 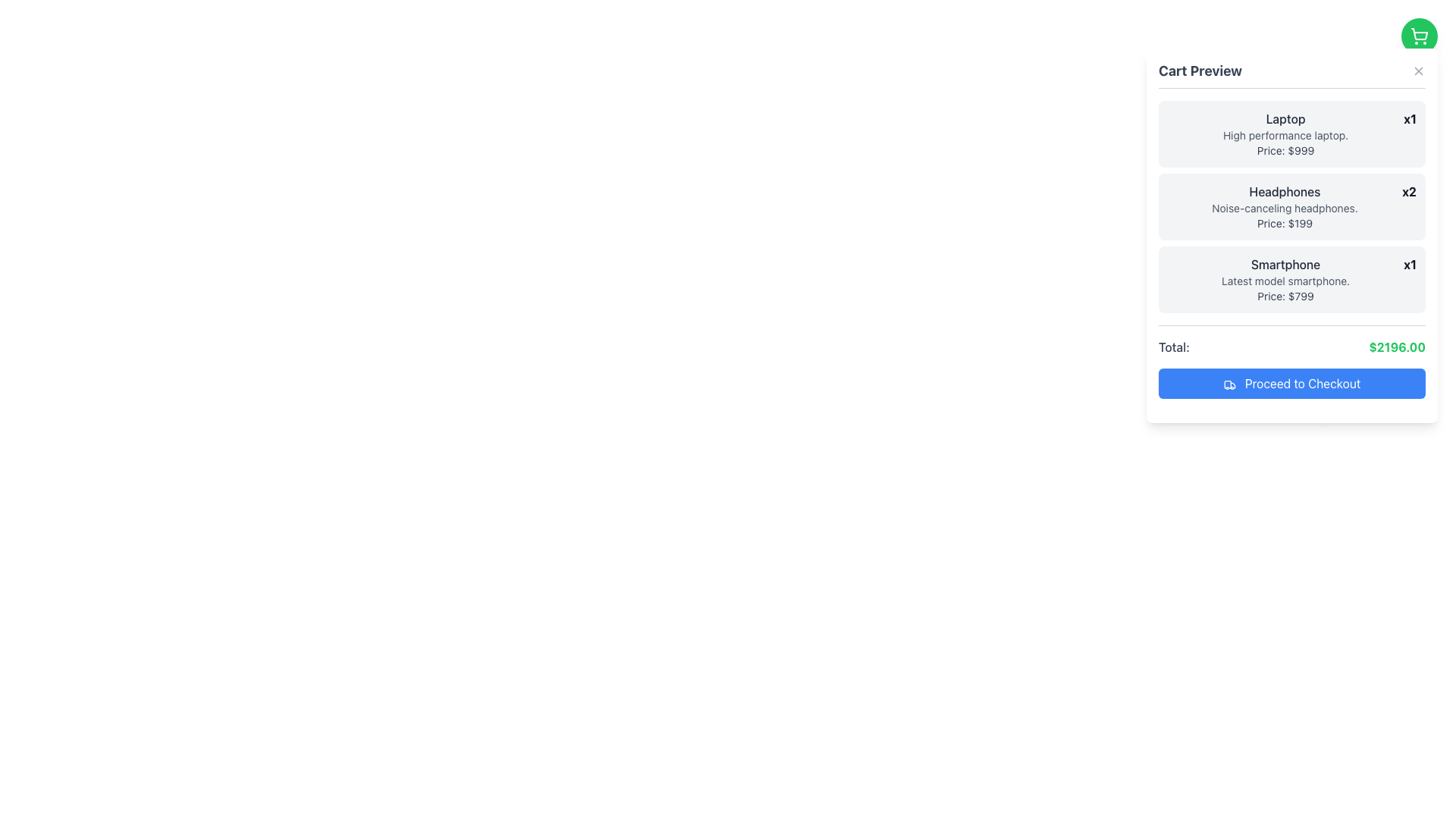 What do you see at coordinates (1418, 71) in the screenshot?
I see `the close button icon (SVG graphic) located at the top right corner of the cart preview panel` at bounding box center [1418, 71].